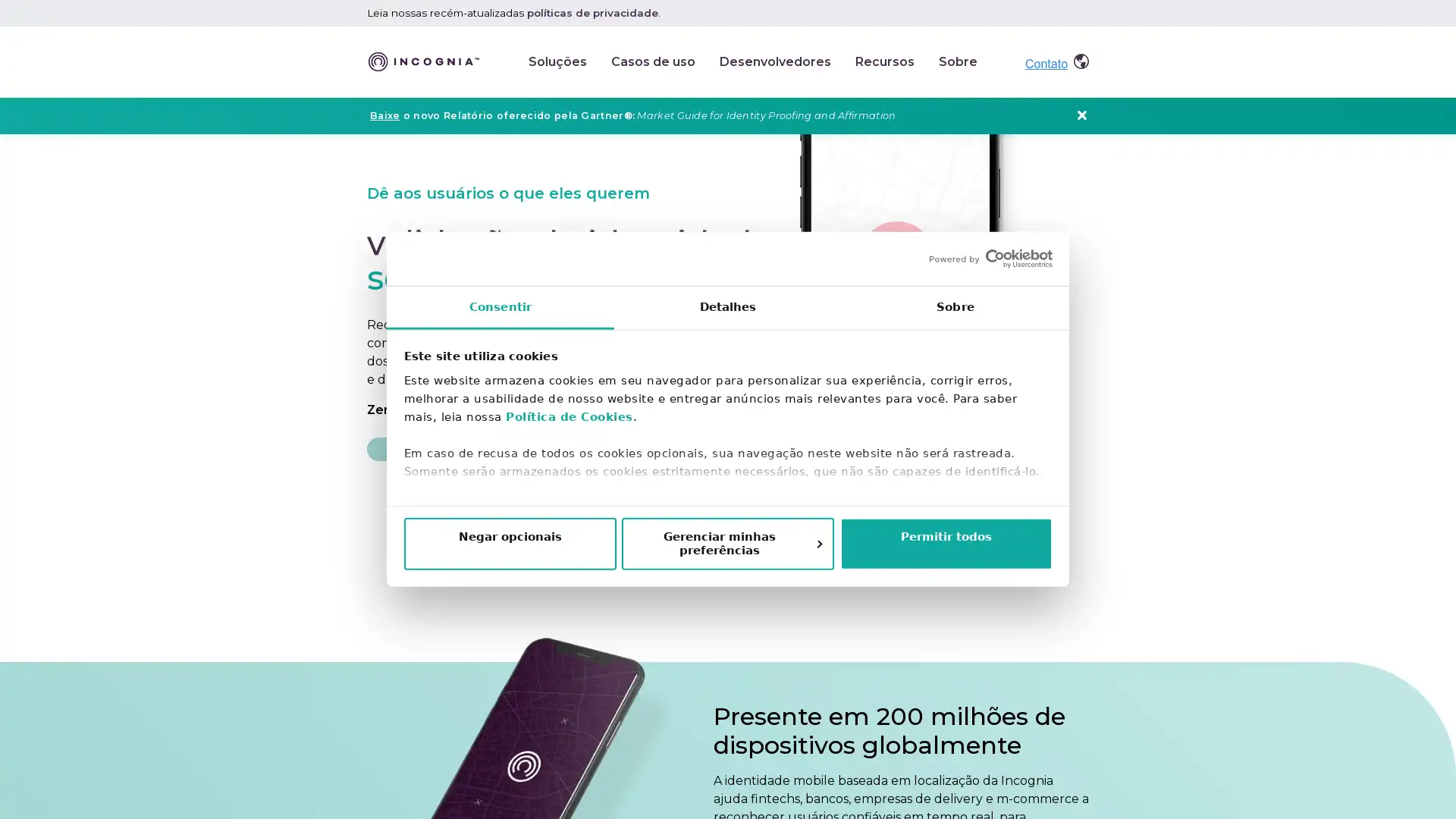 The image size is (1456, 819). What do you see at coordinates (510, 543) in the screenshot?
I see `Negar opcionais` at bounding box center [510, 543].